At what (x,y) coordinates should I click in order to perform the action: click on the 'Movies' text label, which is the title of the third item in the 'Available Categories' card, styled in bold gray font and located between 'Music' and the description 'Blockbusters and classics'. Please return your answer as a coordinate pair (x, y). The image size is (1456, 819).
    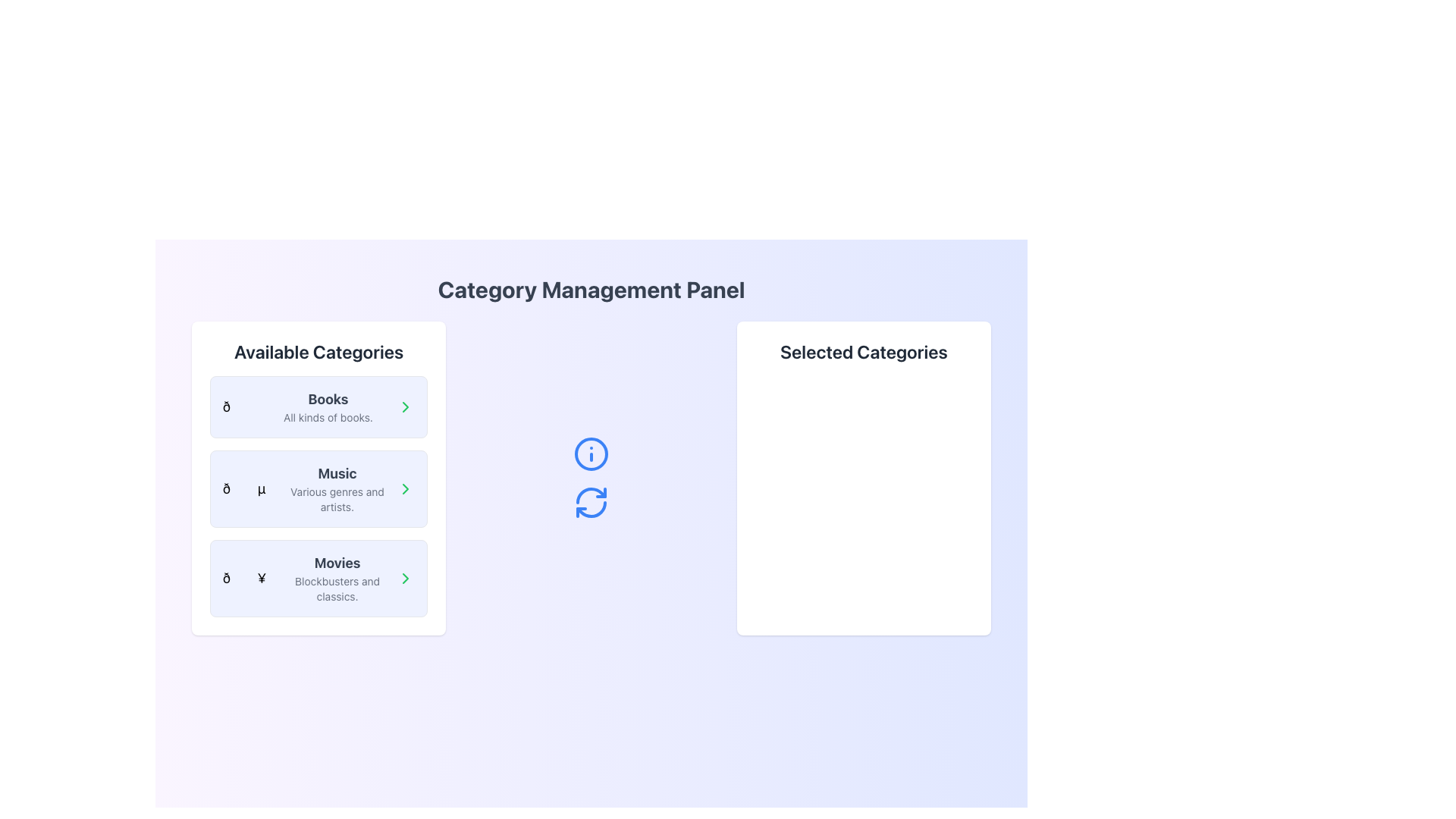
    Looking at the image, I should click on (337, 563).